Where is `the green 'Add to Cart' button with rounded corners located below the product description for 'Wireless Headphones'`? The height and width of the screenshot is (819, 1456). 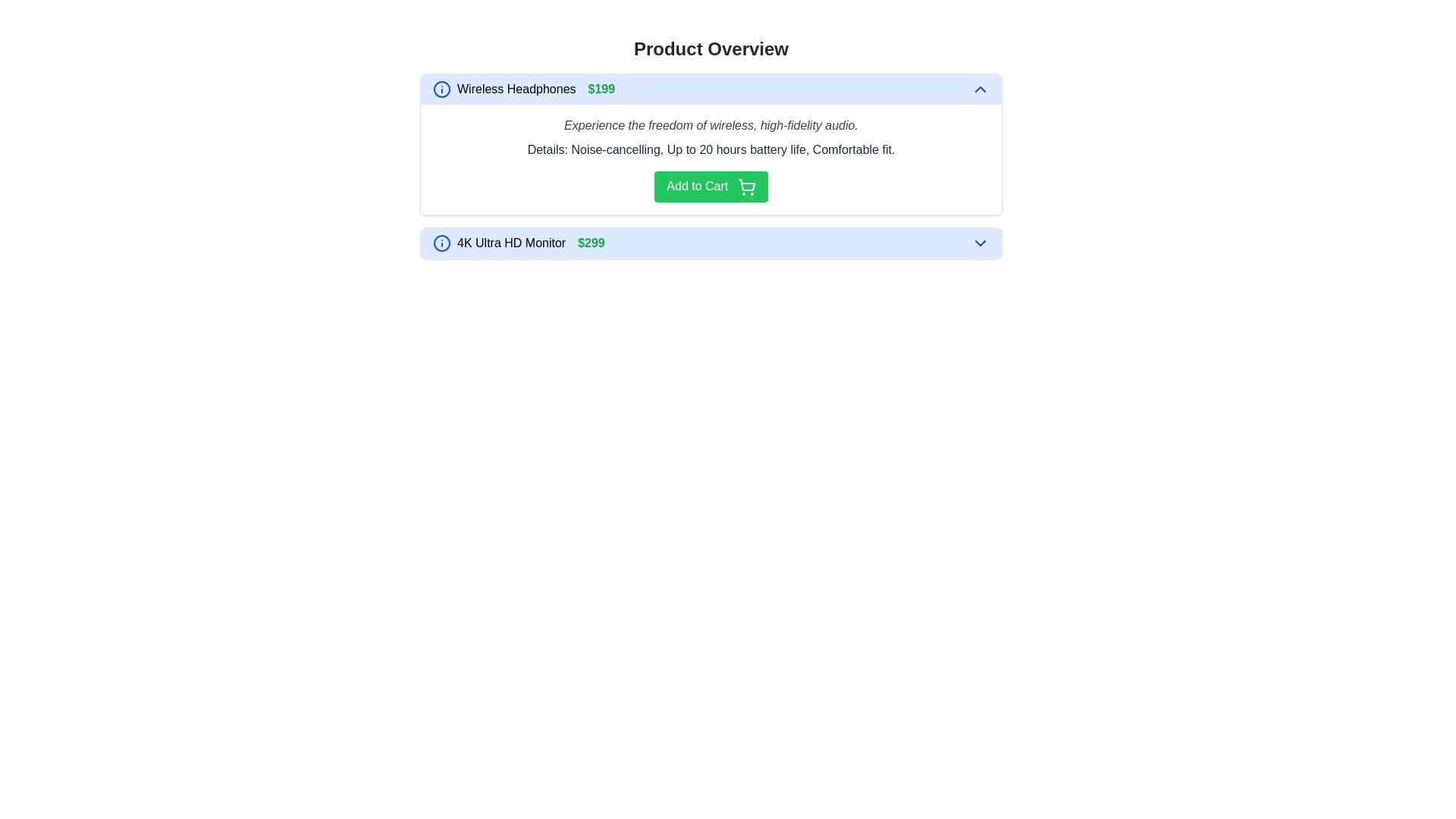 the green 'Add to Cart' button with rounded corners located below the product description for 'Wireless Headphones' is located at coordinates (710, 186).